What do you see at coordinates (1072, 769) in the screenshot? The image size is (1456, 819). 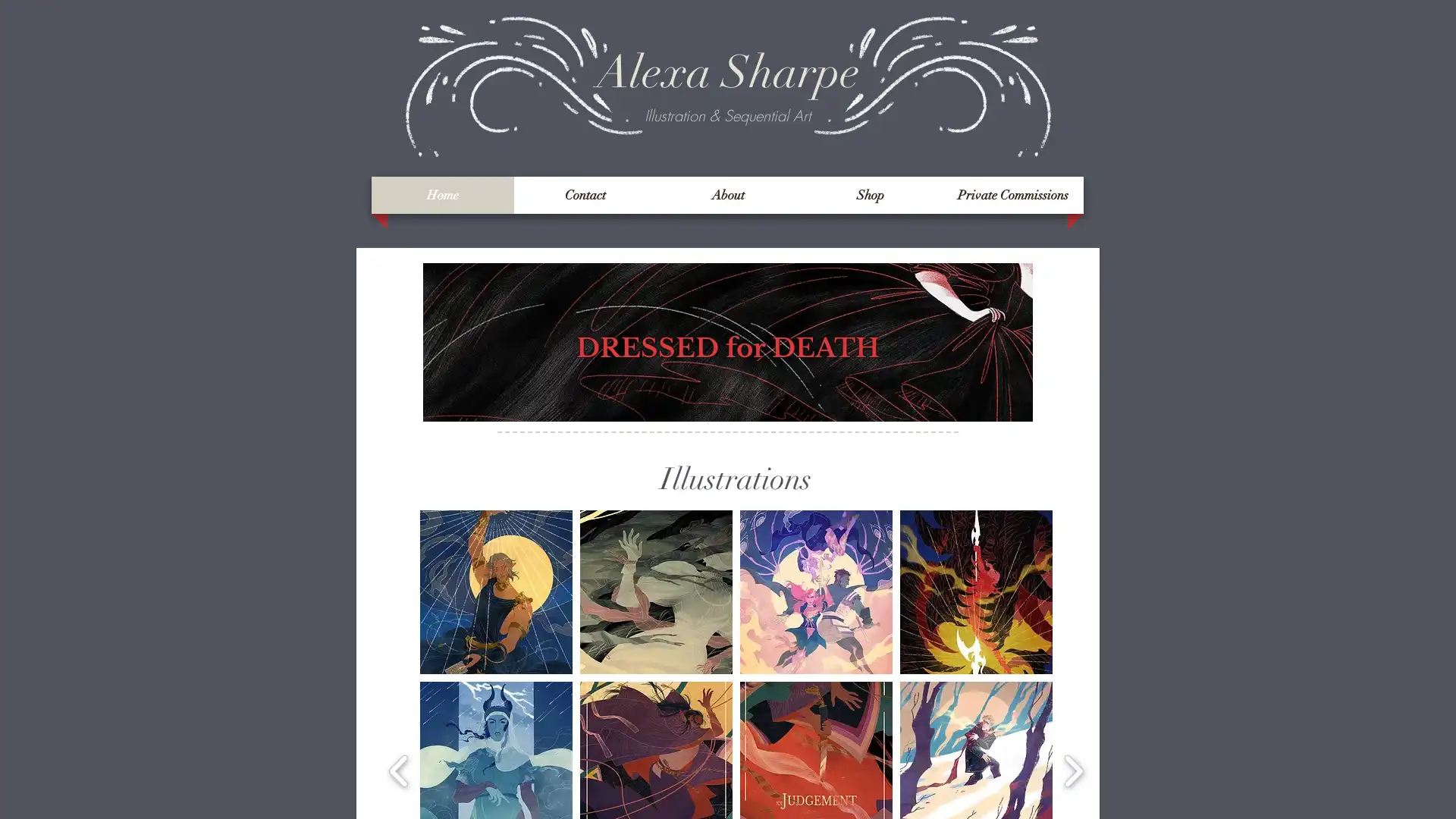 I see `next` at bounding box center [1072, 769].